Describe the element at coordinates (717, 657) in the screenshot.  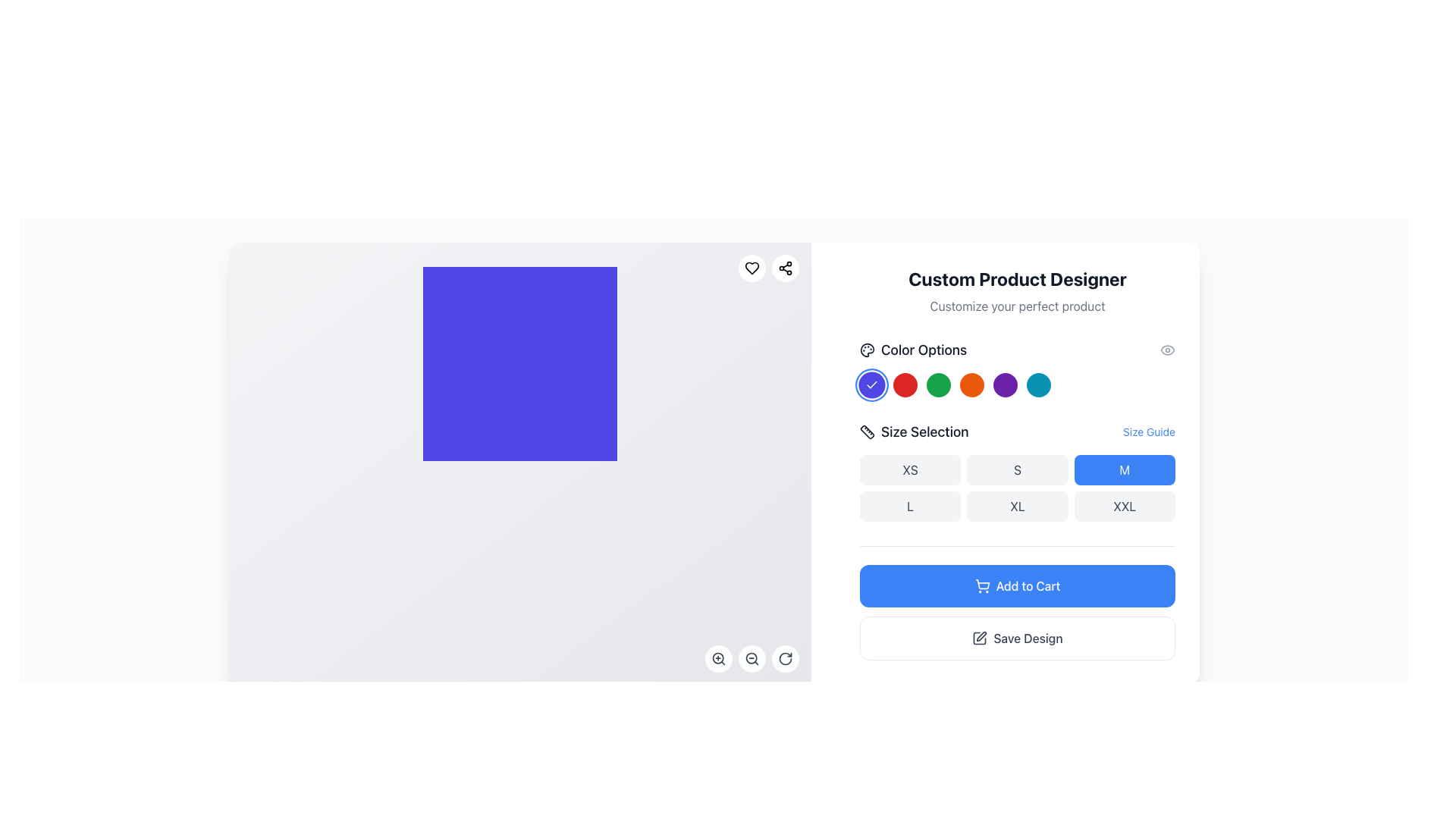
I see `the zoom icon located near the bottom-right corner of the main interface` at that location.